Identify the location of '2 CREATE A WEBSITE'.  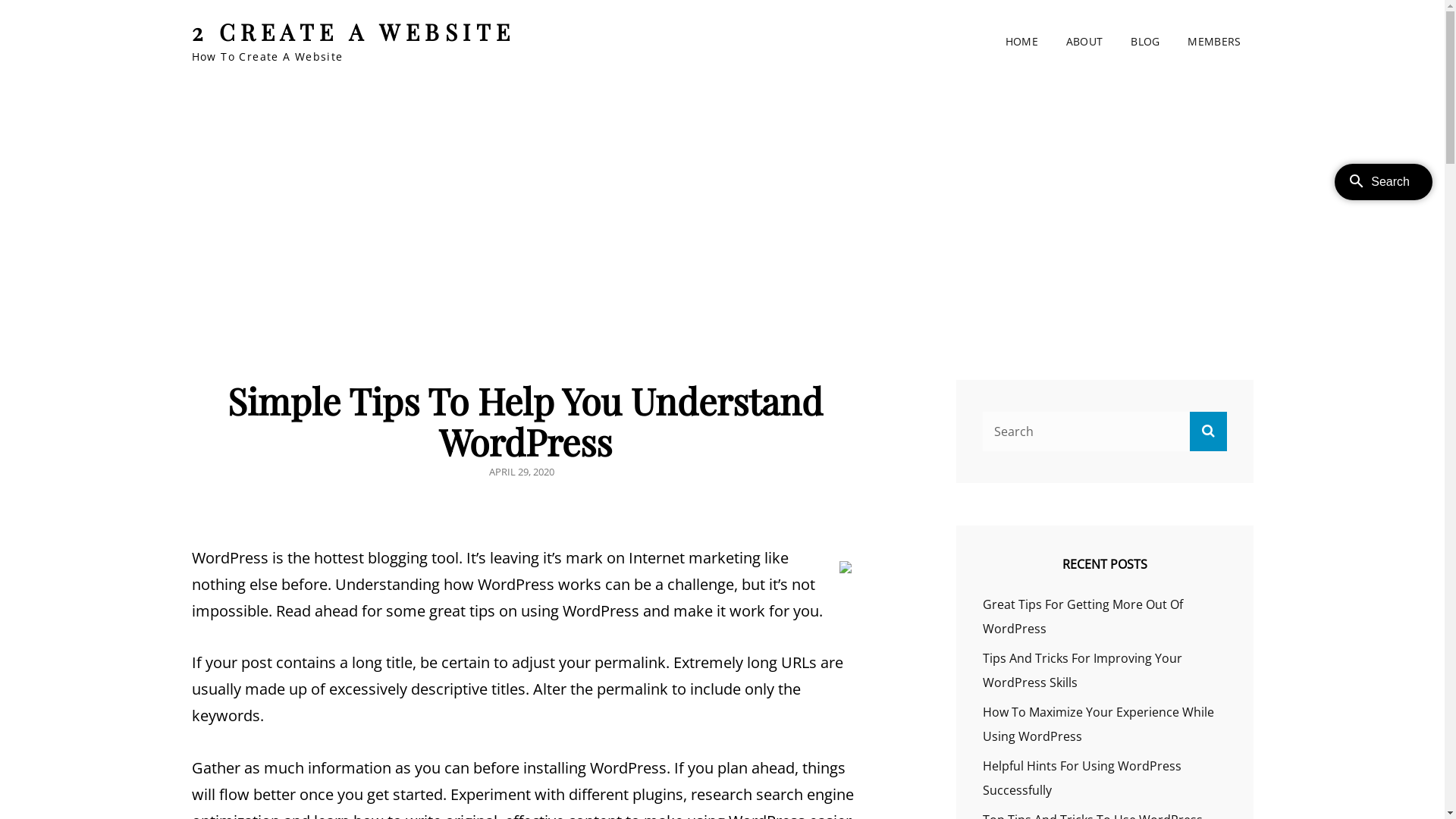
(352, 32).